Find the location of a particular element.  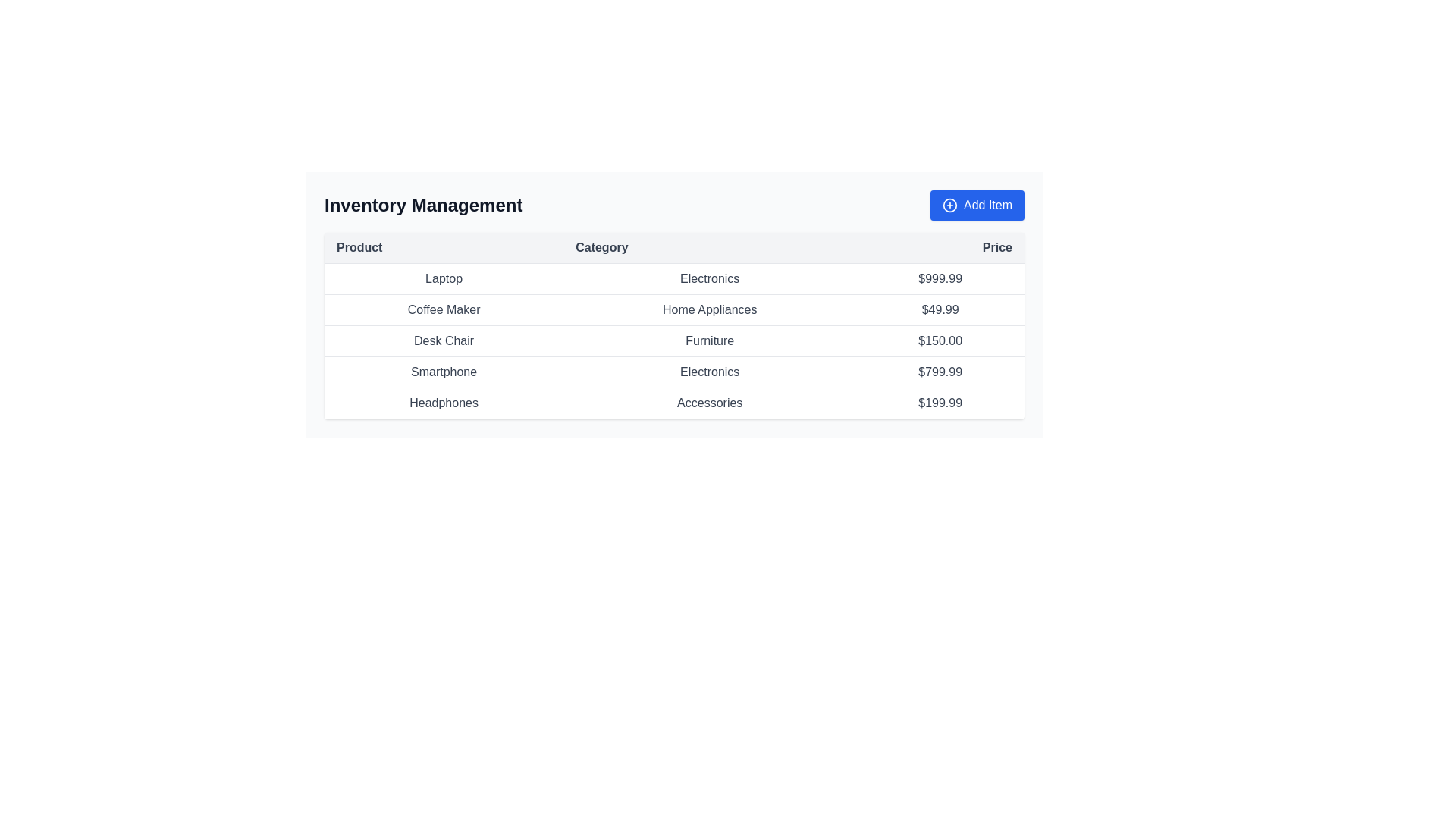

displayed text 'Accessories' located in the 'Category' column of the table, aligned with the 'Product' 'Headphones' is located at coordinates (709, 403).